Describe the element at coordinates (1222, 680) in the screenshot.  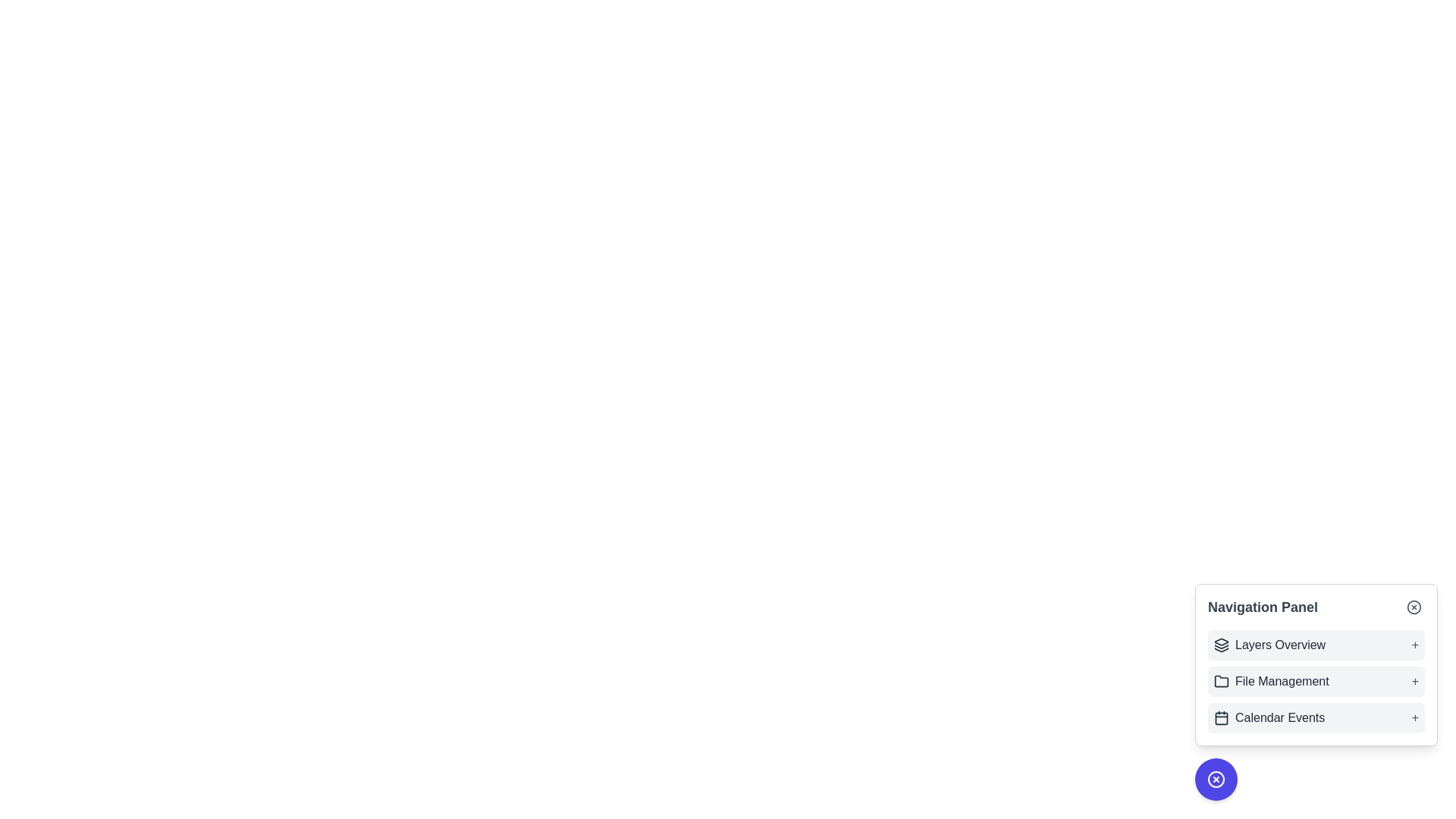
I see `the small minimalist folder icon located in the navigation panel, adjacent to the 'File Management' label` at that location.